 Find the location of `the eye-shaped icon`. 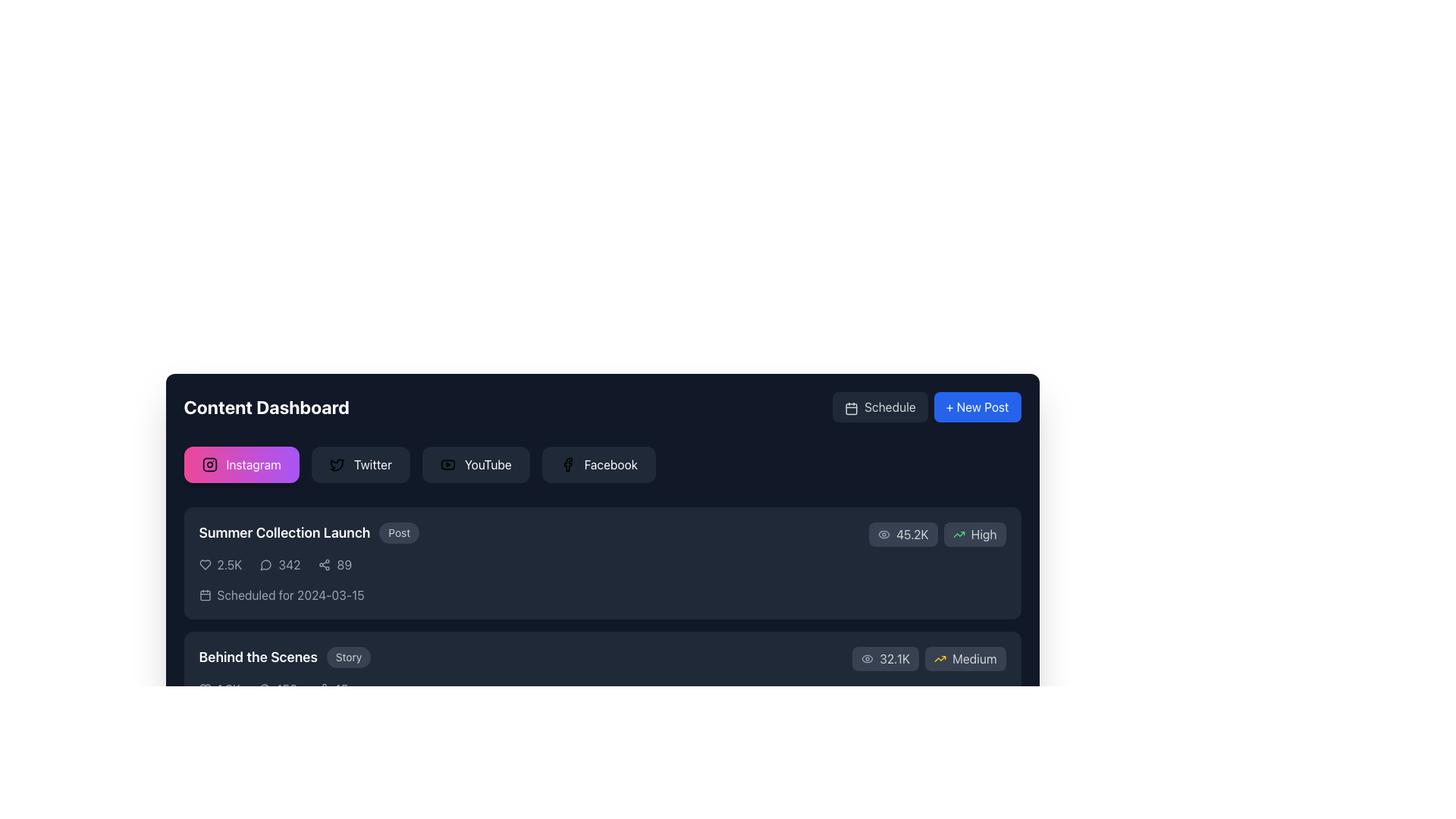

the eye-shaped icon is located at coordinates (884, 534).